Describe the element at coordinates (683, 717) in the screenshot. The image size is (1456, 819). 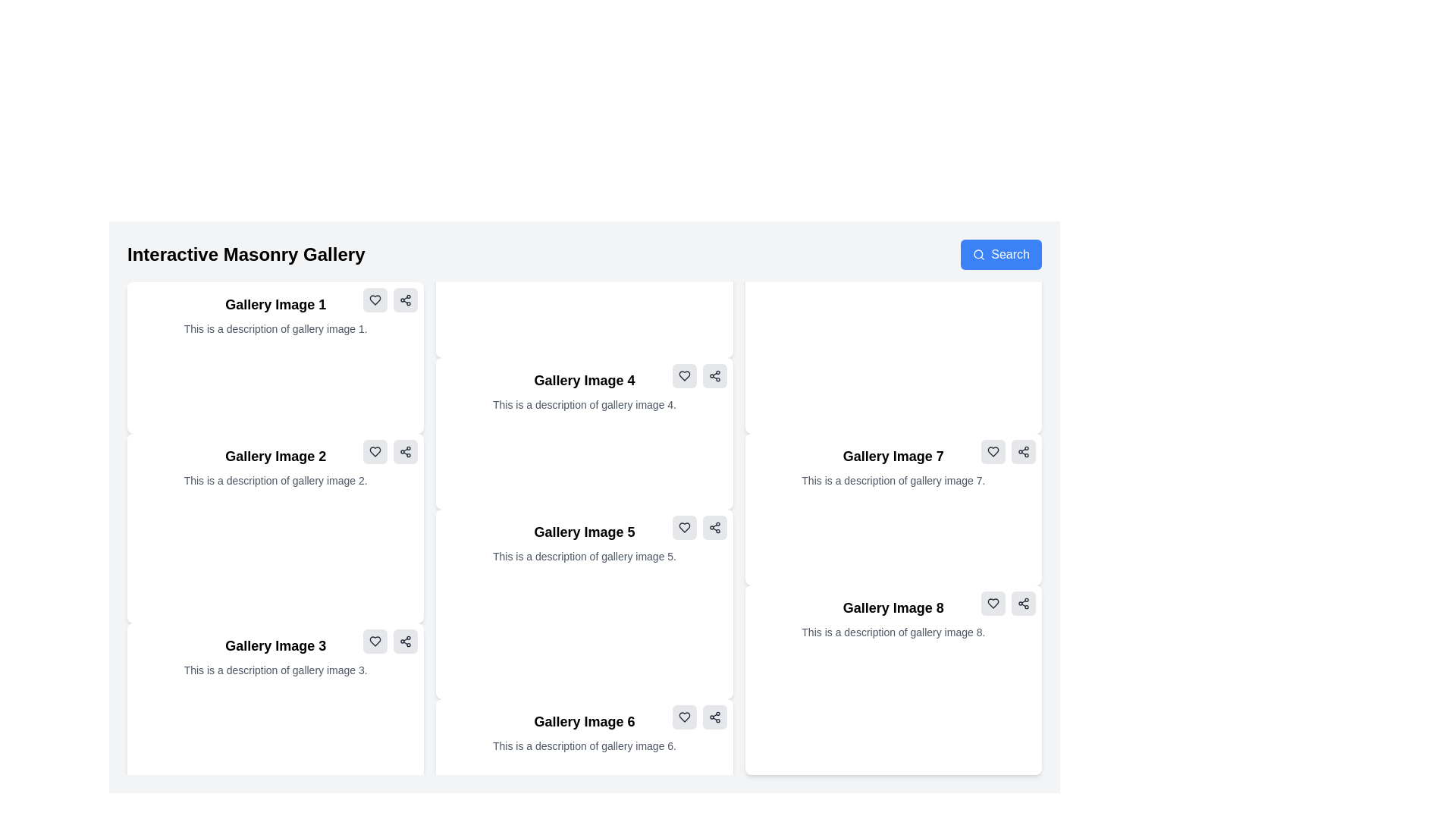
I see `the rounded rectangular button with a heart-shaped icon located at the bottom-right corner of the card labeled 'Gallery Image 6'` at that location.